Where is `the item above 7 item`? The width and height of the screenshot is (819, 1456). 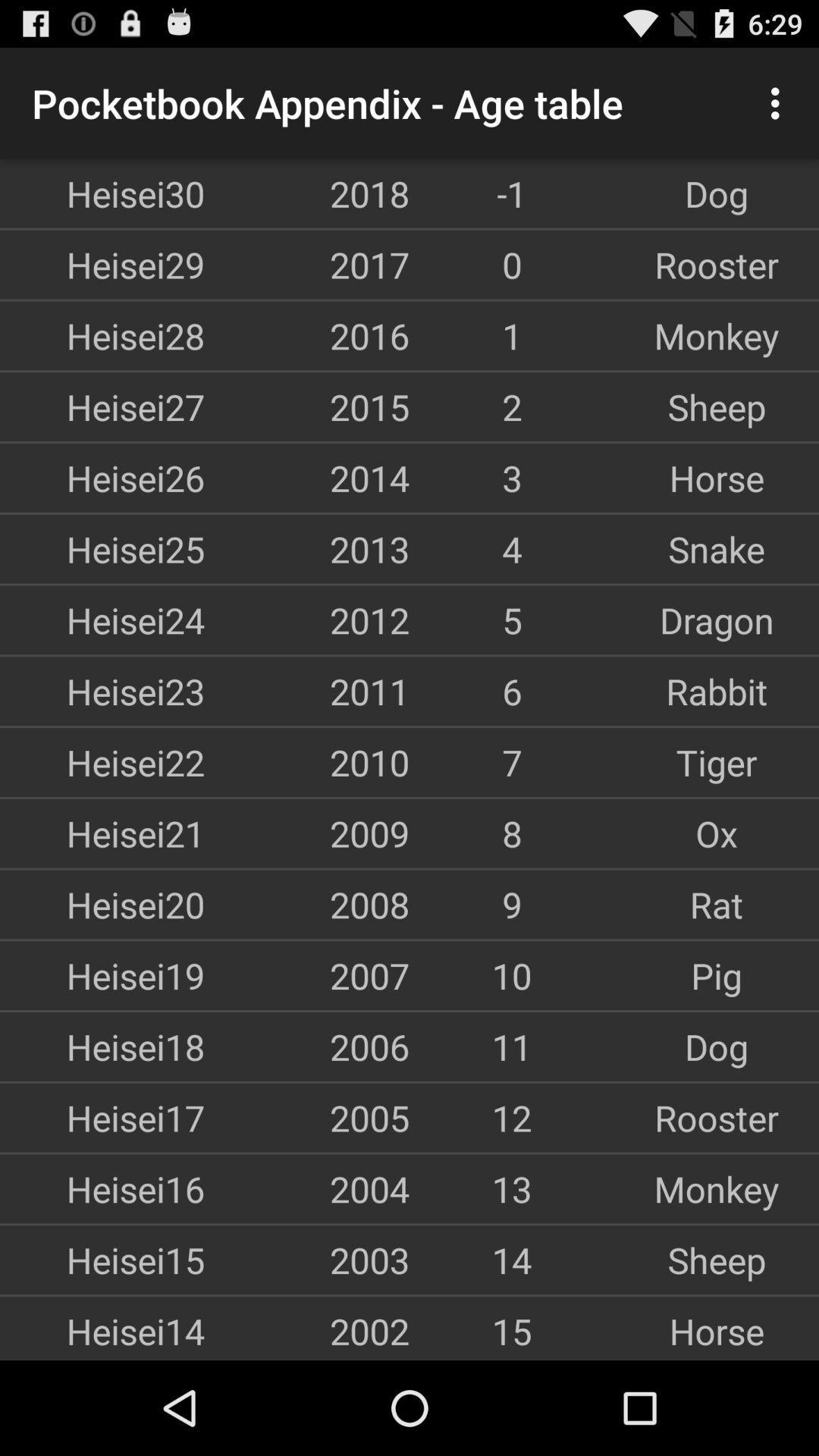
the item above 7 item is located at coordinates (717, 690).